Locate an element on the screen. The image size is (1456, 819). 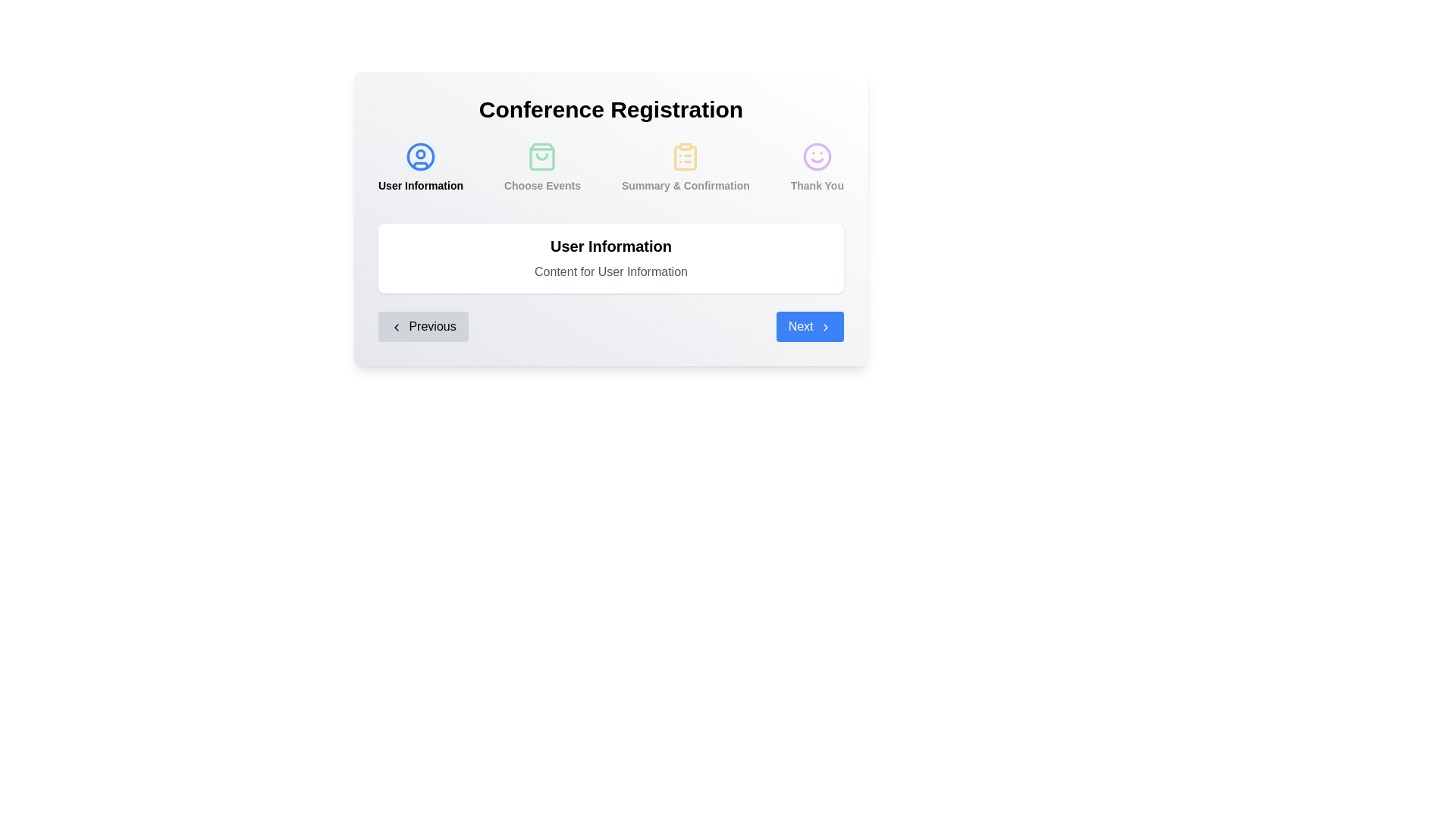
the decorative icon indicating the 'Choose Events' step in the navigation process for conference registration is located at coordinates (542, 157).